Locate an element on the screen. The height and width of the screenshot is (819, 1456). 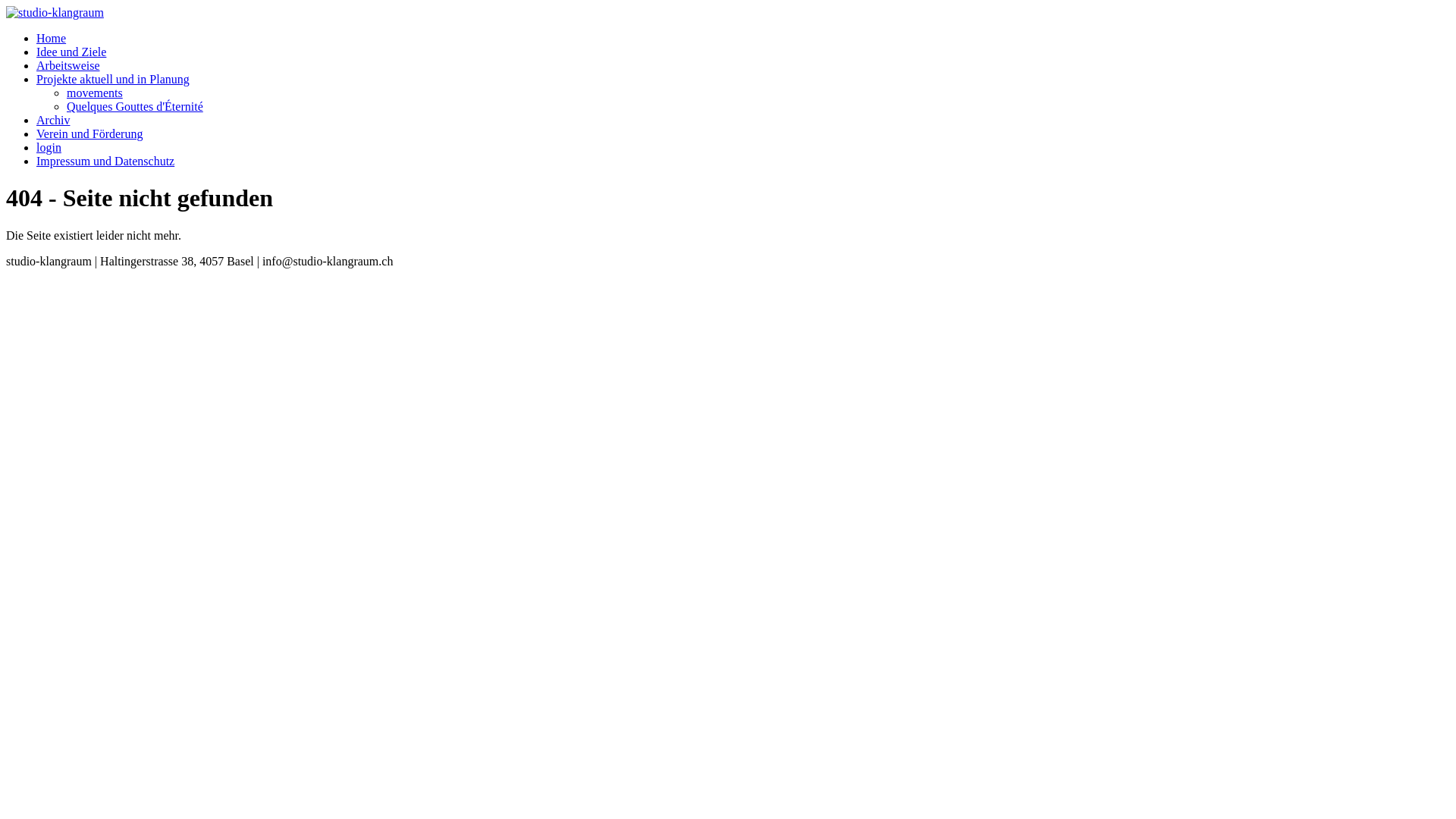
'Projekte aktuell und in Planung' is located at coordinates (36, 79).